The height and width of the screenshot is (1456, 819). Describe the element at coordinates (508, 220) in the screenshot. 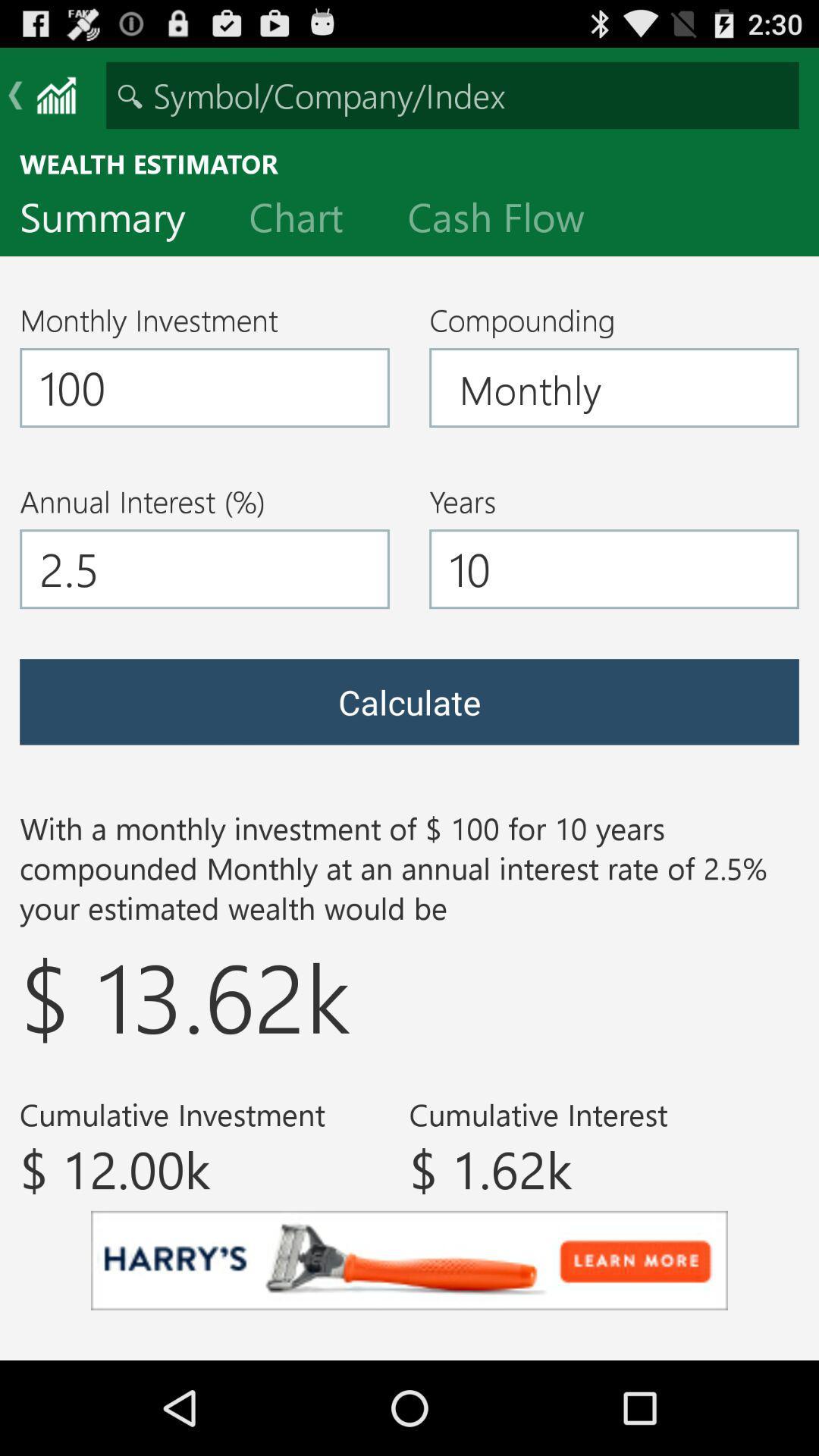

I see `the icon next to the chart item` at that location.